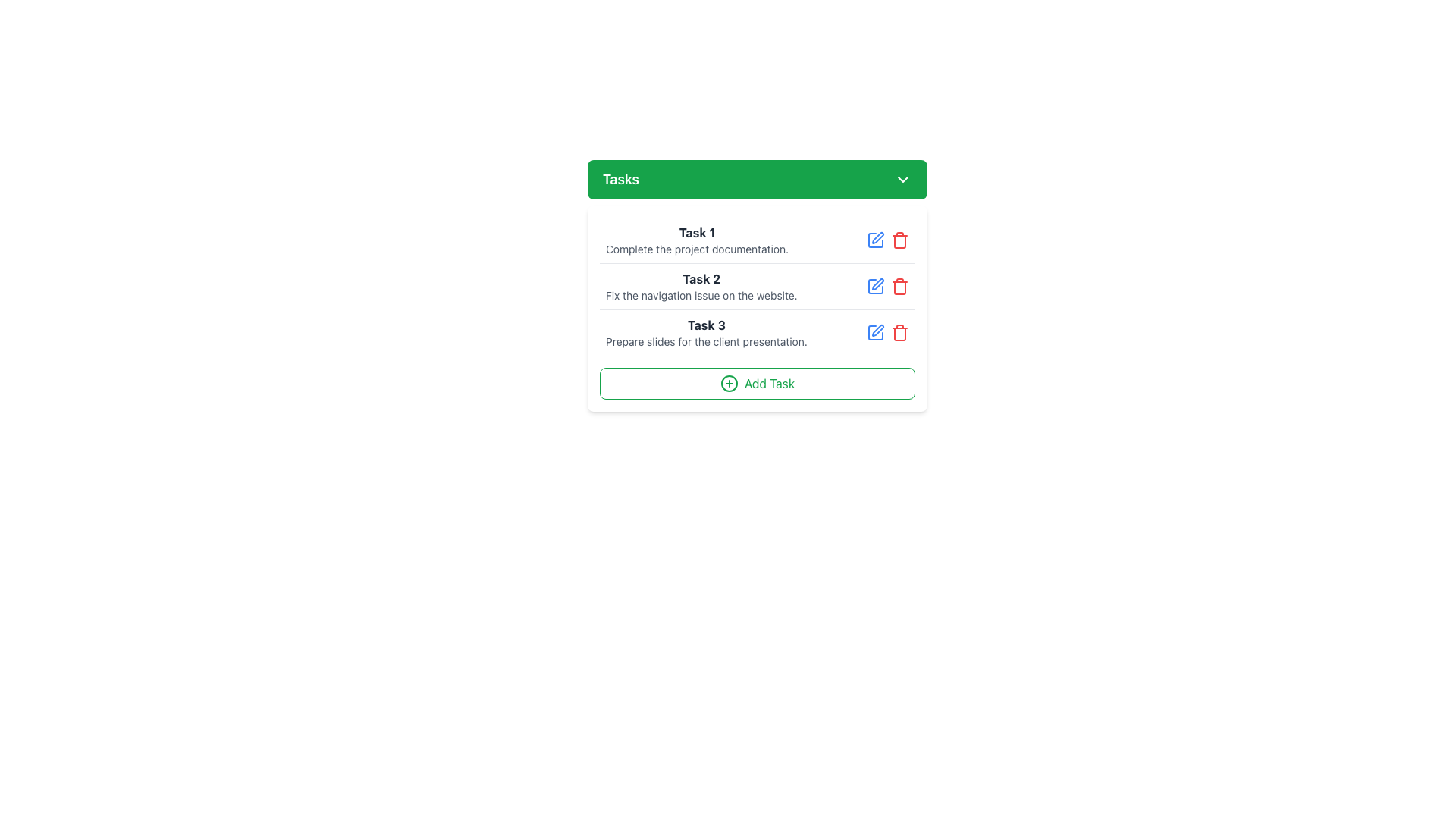 This screenshot has width=1456, height=819. I want to click on the circular green icon with a plus symbol at the center, located within the 'Add Task' button, so click(729, 382).